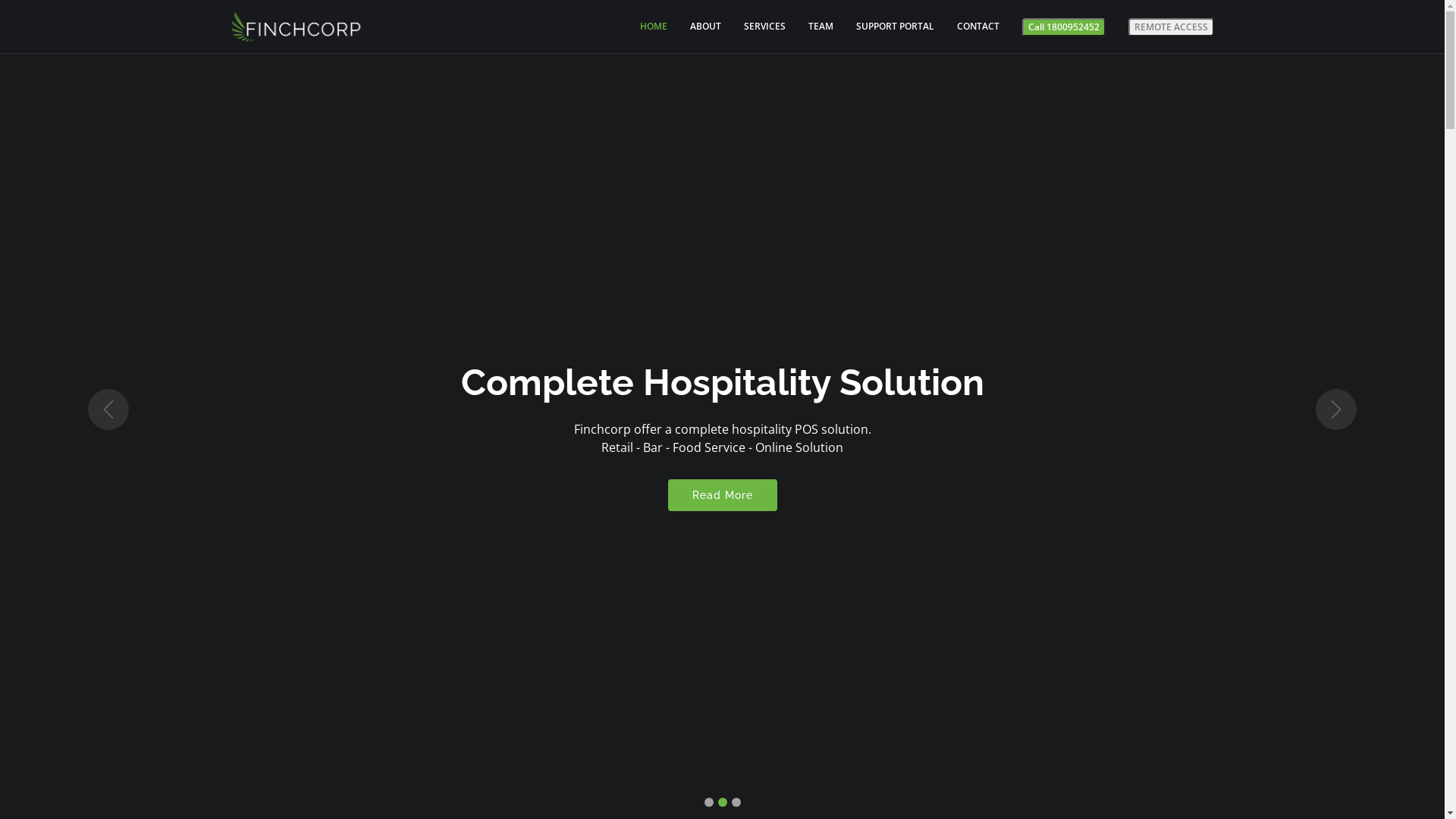  Describe the element at coordinates (966, 26) in the screenshot. I see `'CONTACT'` at that location.